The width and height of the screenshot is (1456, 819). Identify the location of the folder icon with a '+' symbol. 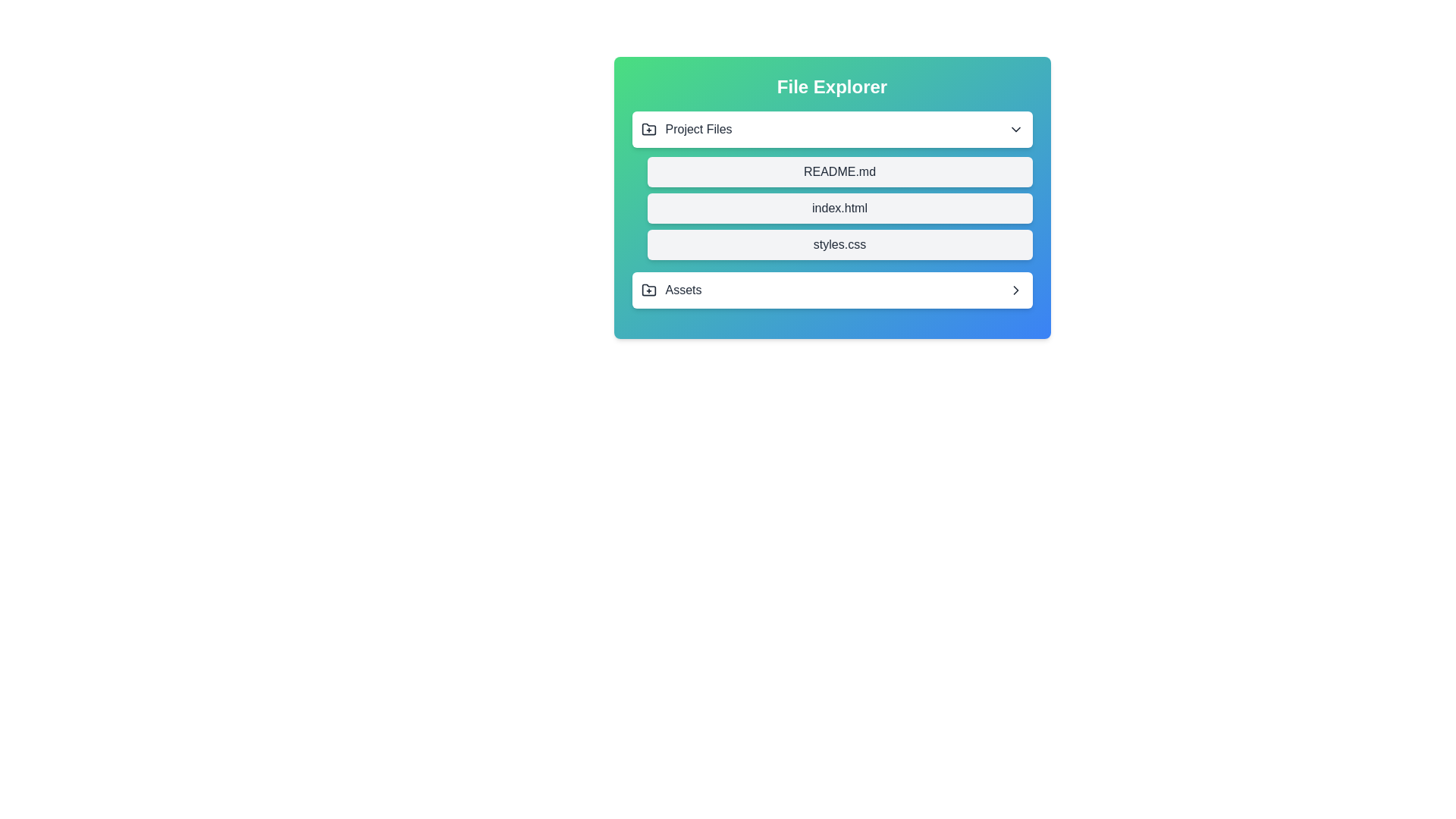
(648, 290).